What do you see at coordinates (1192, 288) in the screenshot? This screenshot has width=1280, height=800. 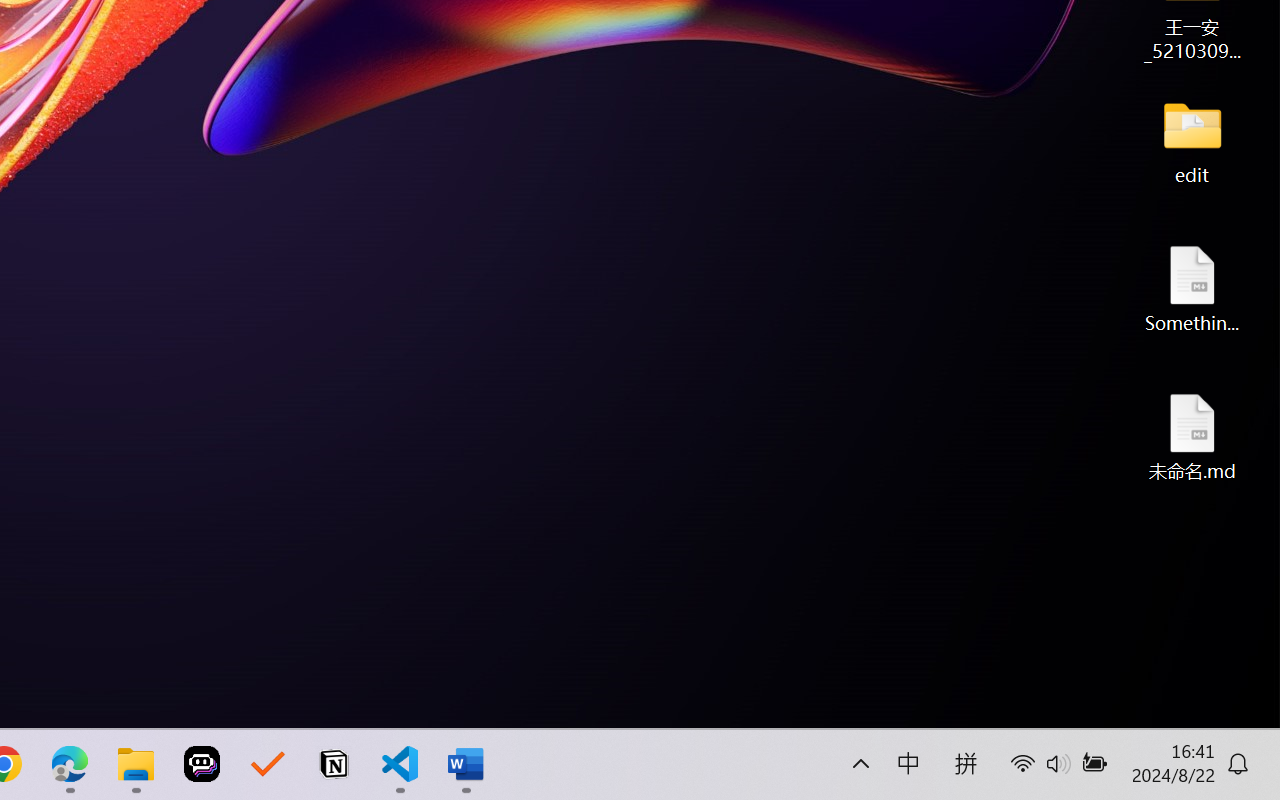 I see `'Something.md'` at bounding box center [1192, 288].